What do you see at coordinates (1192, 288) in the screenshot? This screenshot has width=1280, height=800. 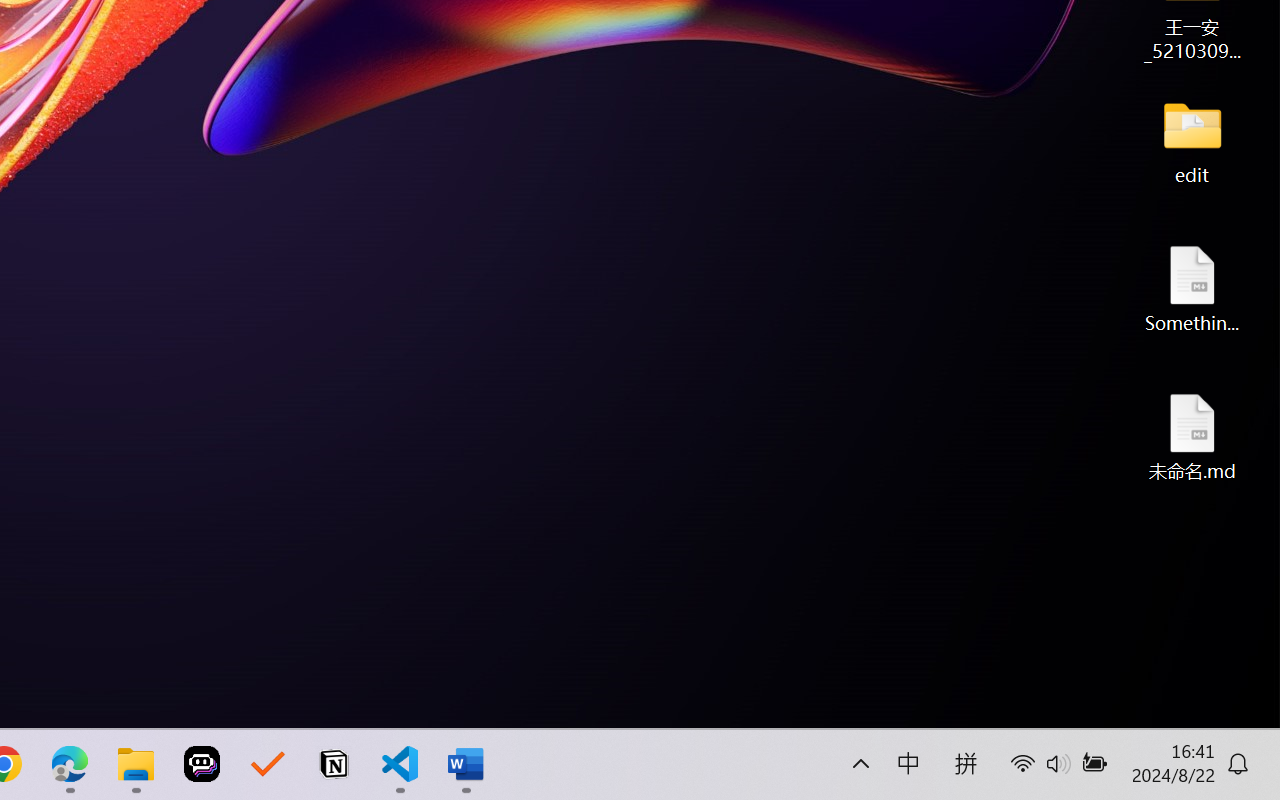 I see `'Something.md'` at bounding box center [1192, 288].